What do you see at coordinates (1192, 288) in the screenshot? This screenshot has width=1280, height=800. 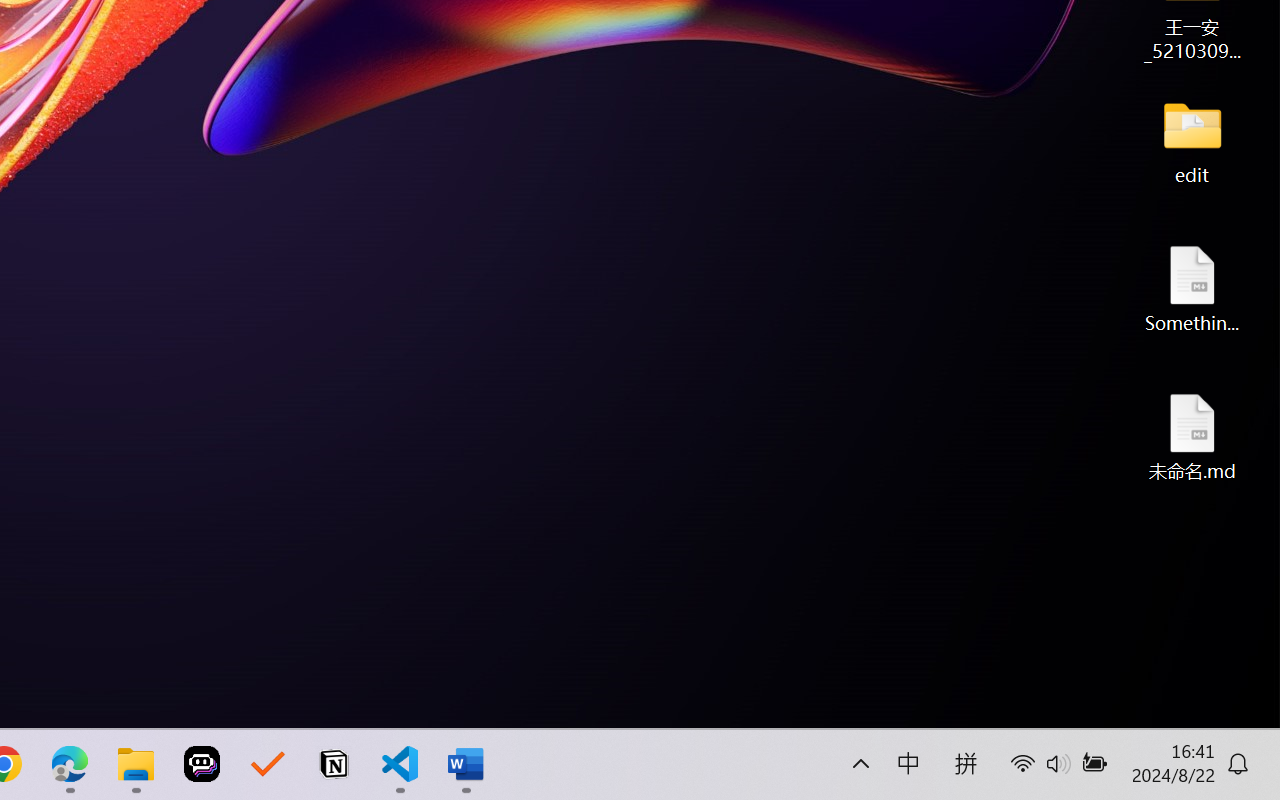 I see `'Something.md'` at bounding box center [1192, 288].